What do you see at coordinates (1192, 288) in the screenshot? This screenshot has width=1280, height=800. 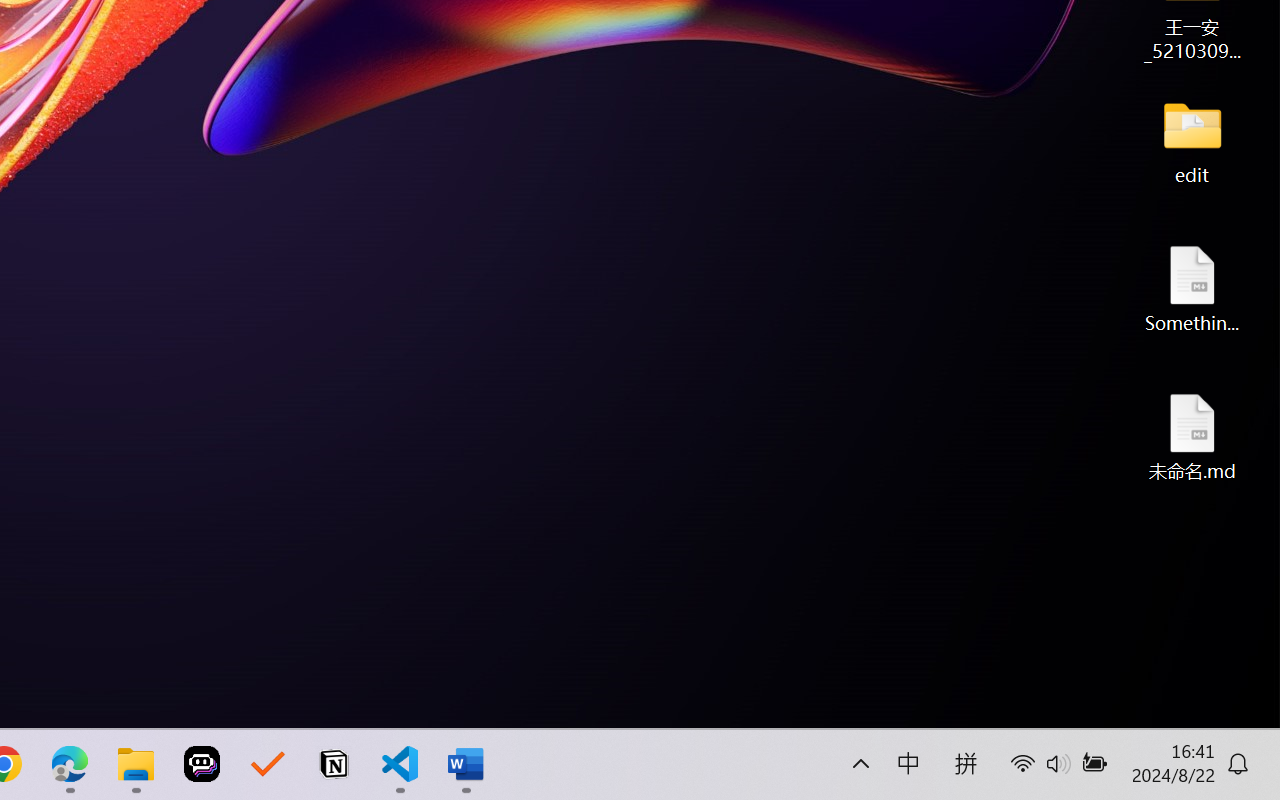 I see `'Something.md'` at bounding box center [1192, 288].